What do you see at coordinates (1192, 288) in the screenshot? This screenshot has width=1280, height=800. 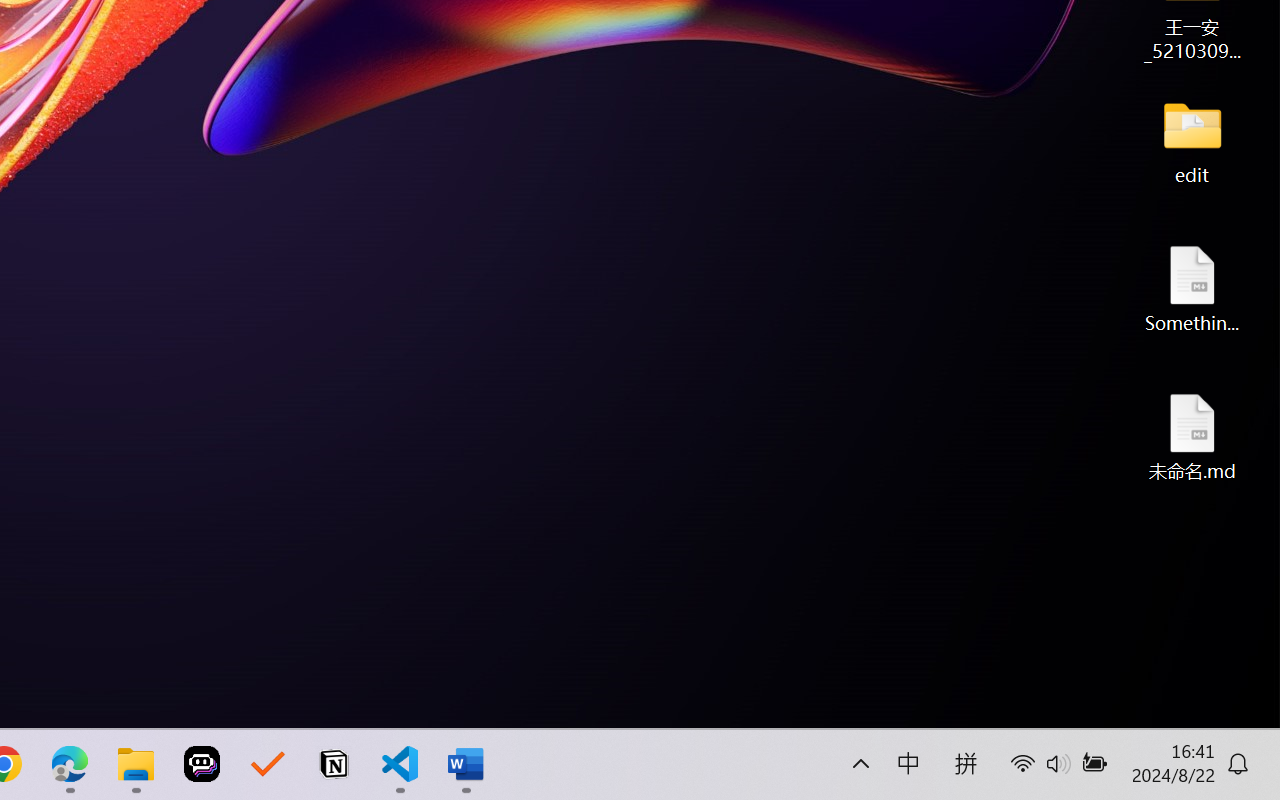 I see `'Something.md'` at bounding box center [1192, 288].